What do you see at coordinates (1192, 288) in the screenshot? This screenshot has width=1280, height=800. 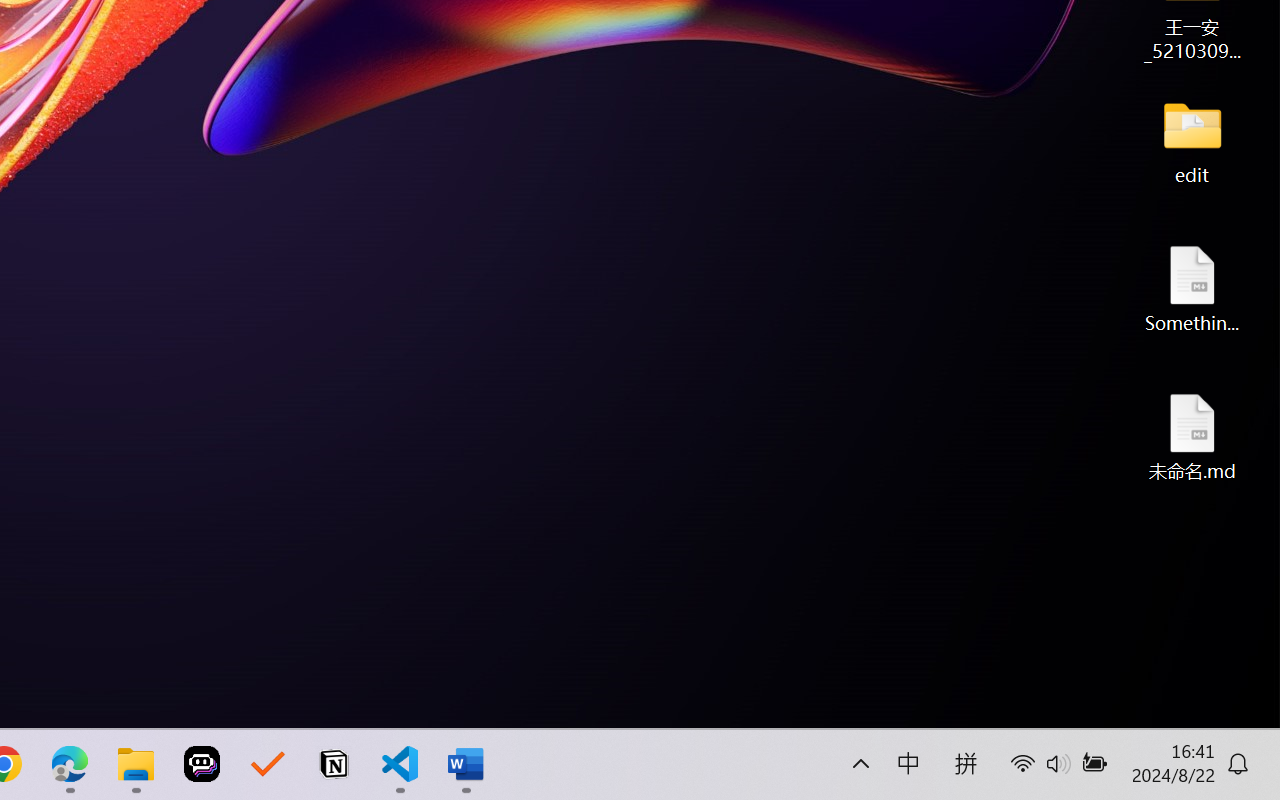 I see `'Something.md'` at bounding box center [1192, 288].